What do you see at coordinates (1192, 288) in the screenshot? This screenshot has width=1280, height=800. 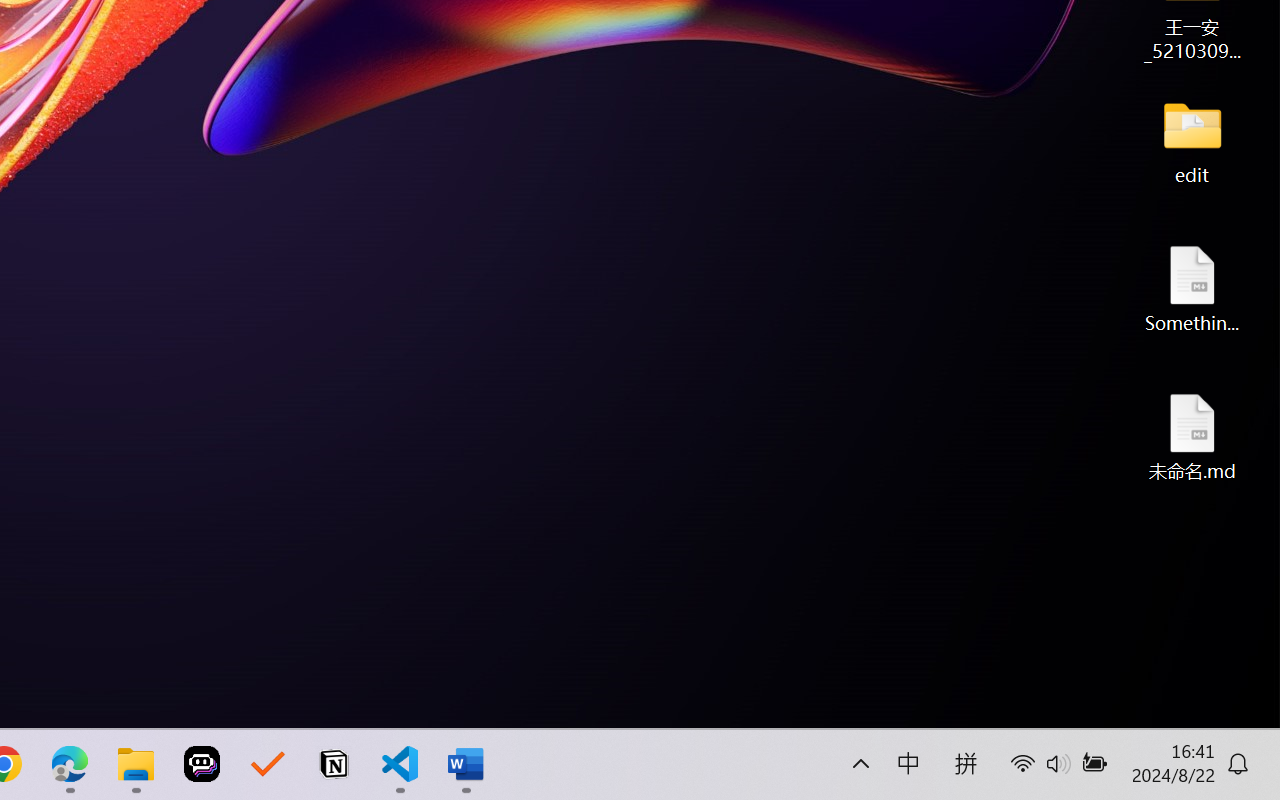 I see `'Something.md'` at bounding box center [1192, 288].